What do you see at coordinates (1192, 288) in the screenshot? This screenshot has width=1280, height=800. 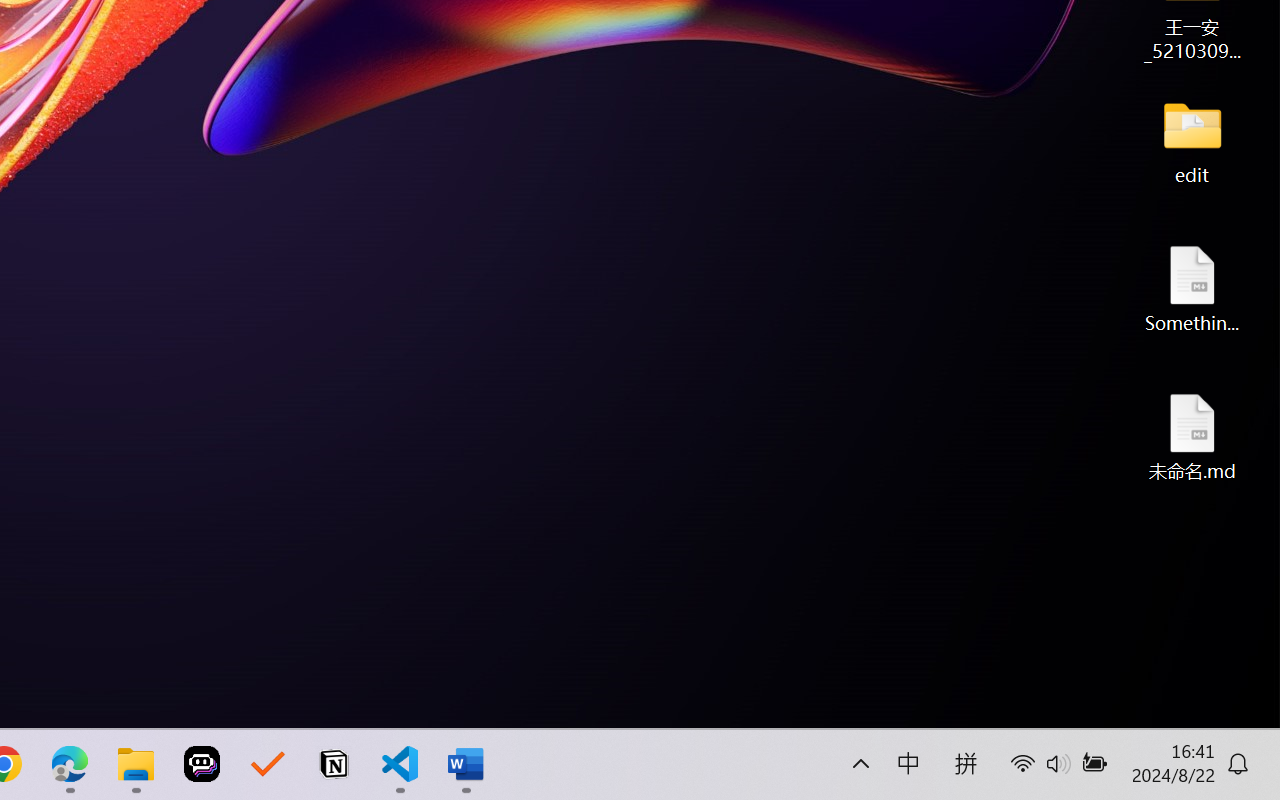 I see `'Something.md'` at bounding box center [1192, 288].